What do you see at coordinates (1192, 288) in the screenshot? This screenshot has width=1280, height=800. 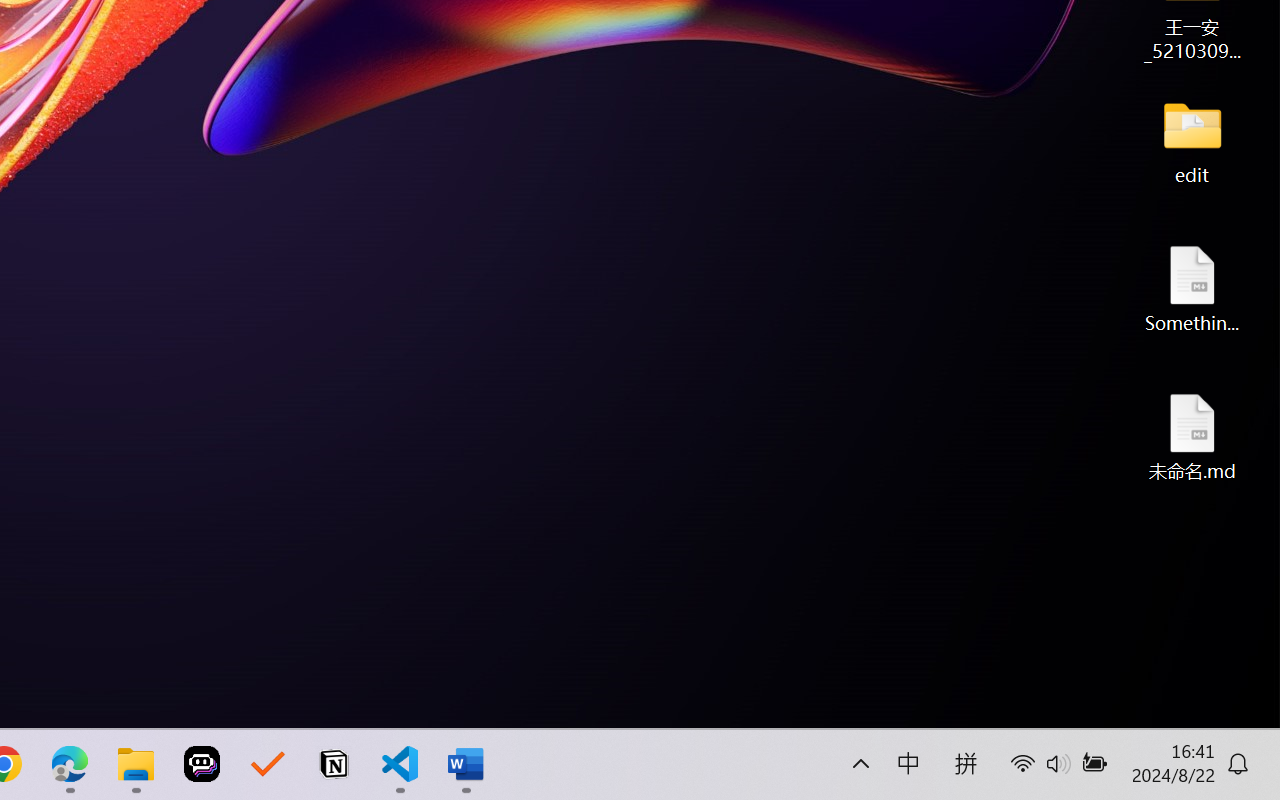 I see `'Something.md'` at bounding box center [1192, 288].